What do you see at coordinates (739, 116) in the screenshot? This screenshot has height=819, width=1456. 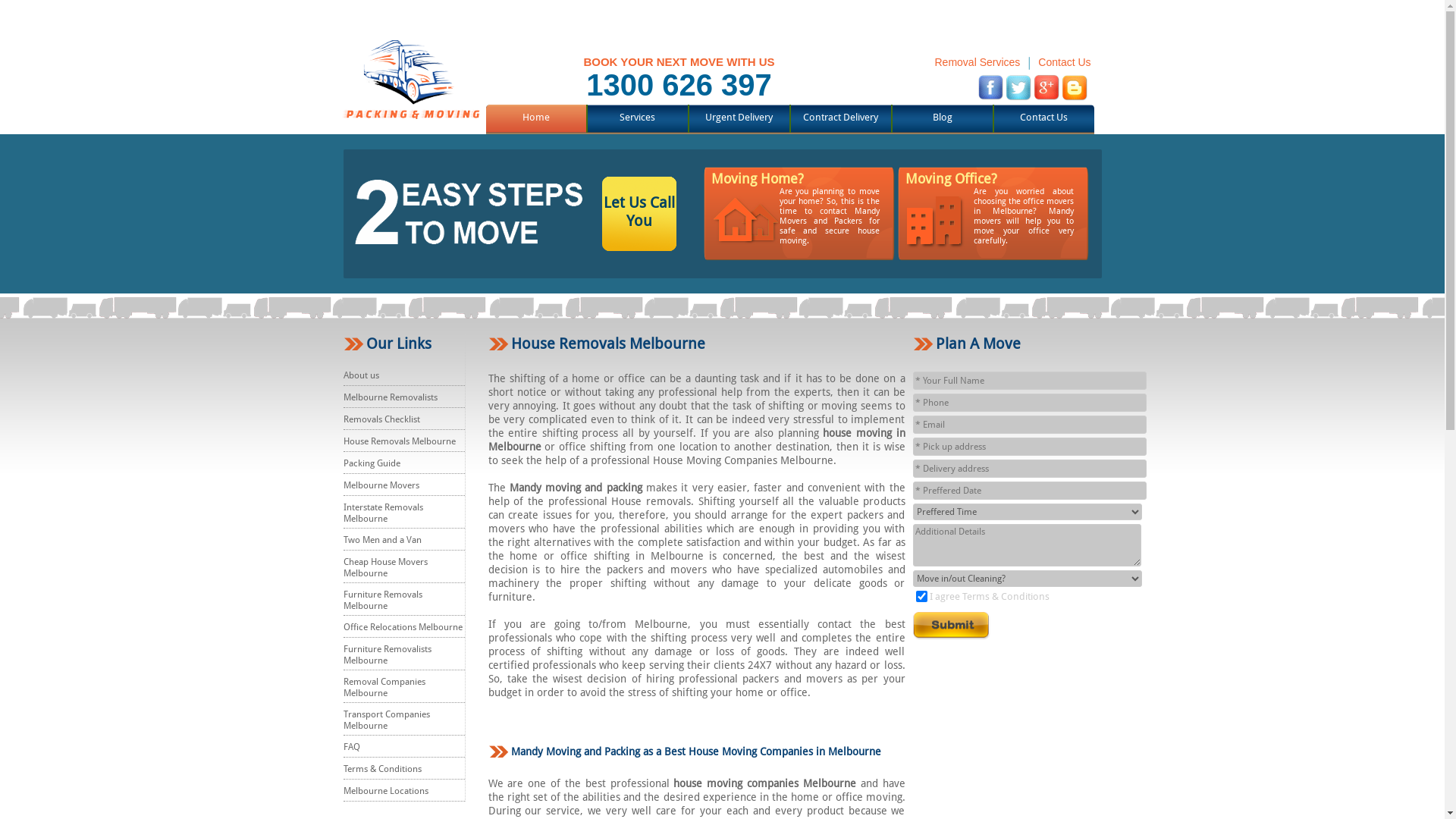 I see `'Urgent Delivery'` at bounding box center [739, 116].